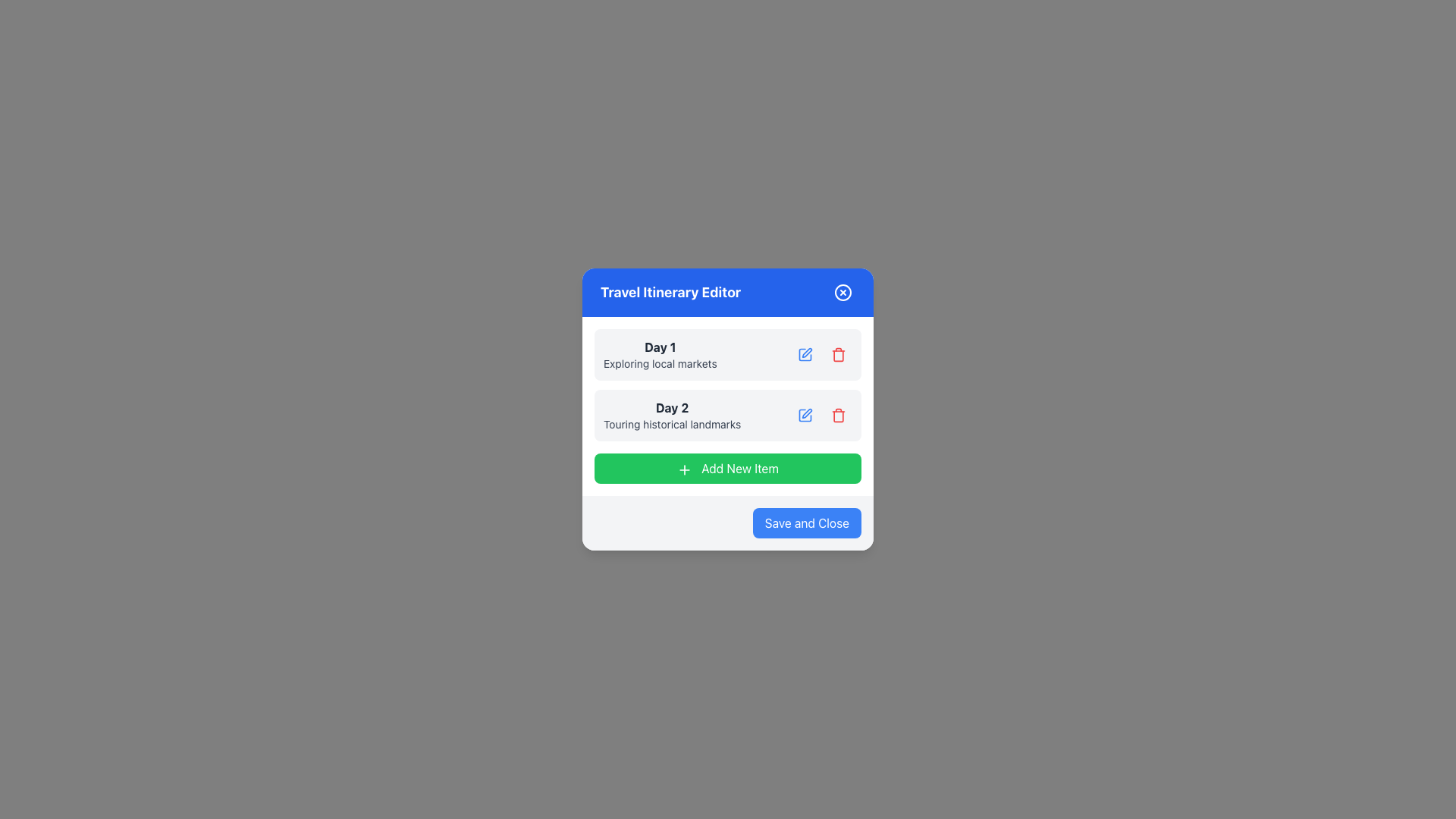  Describe the element at coordinates (671, 424) in the screenshot. I see `the text label that reads 'Touring historical landmarks', which is located below the bolded 'Day 2' text in the itinerary editor modal` at that location.